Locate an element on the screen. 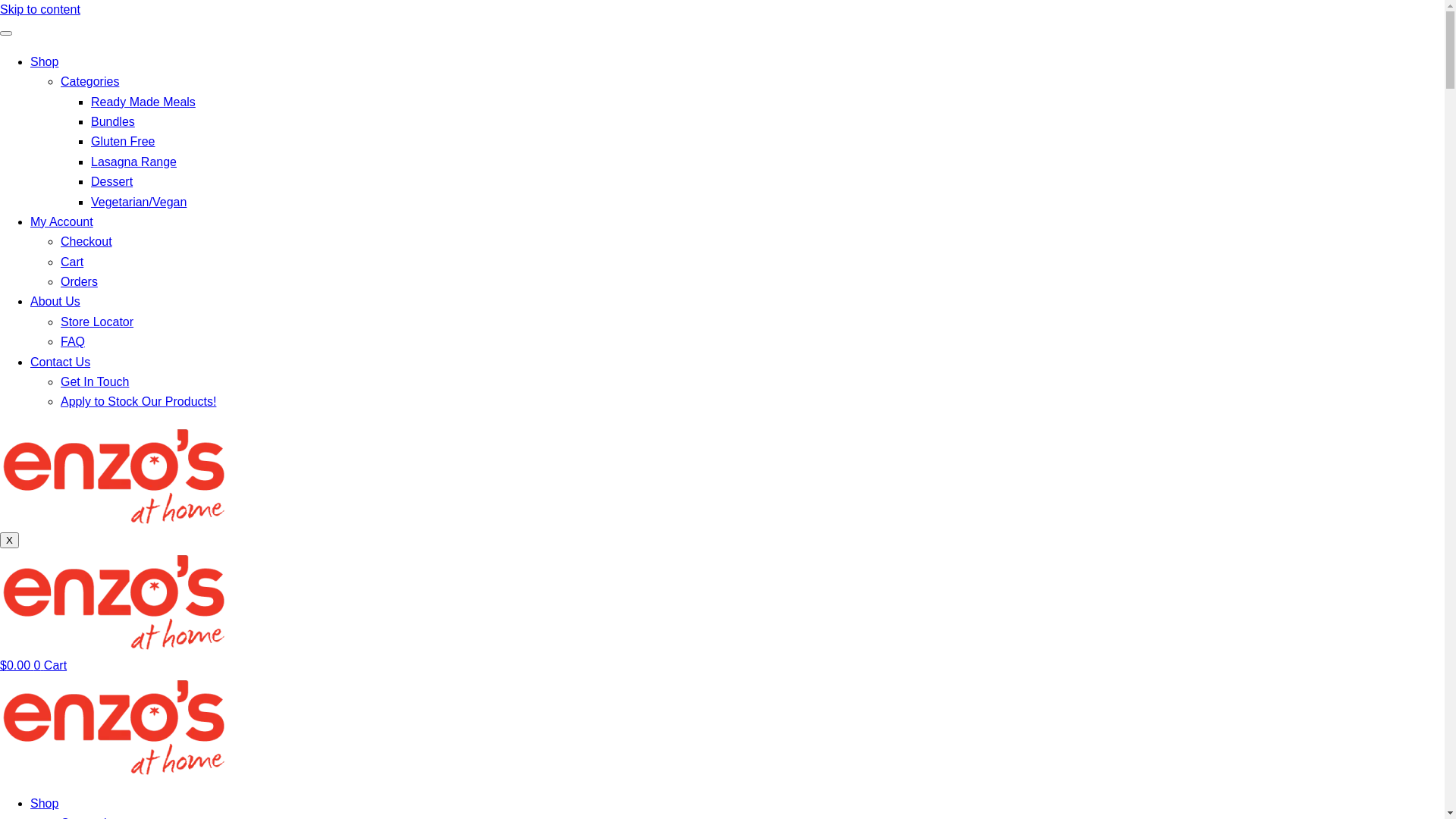  'Get In Touch' is located at coordinates (61, 381).